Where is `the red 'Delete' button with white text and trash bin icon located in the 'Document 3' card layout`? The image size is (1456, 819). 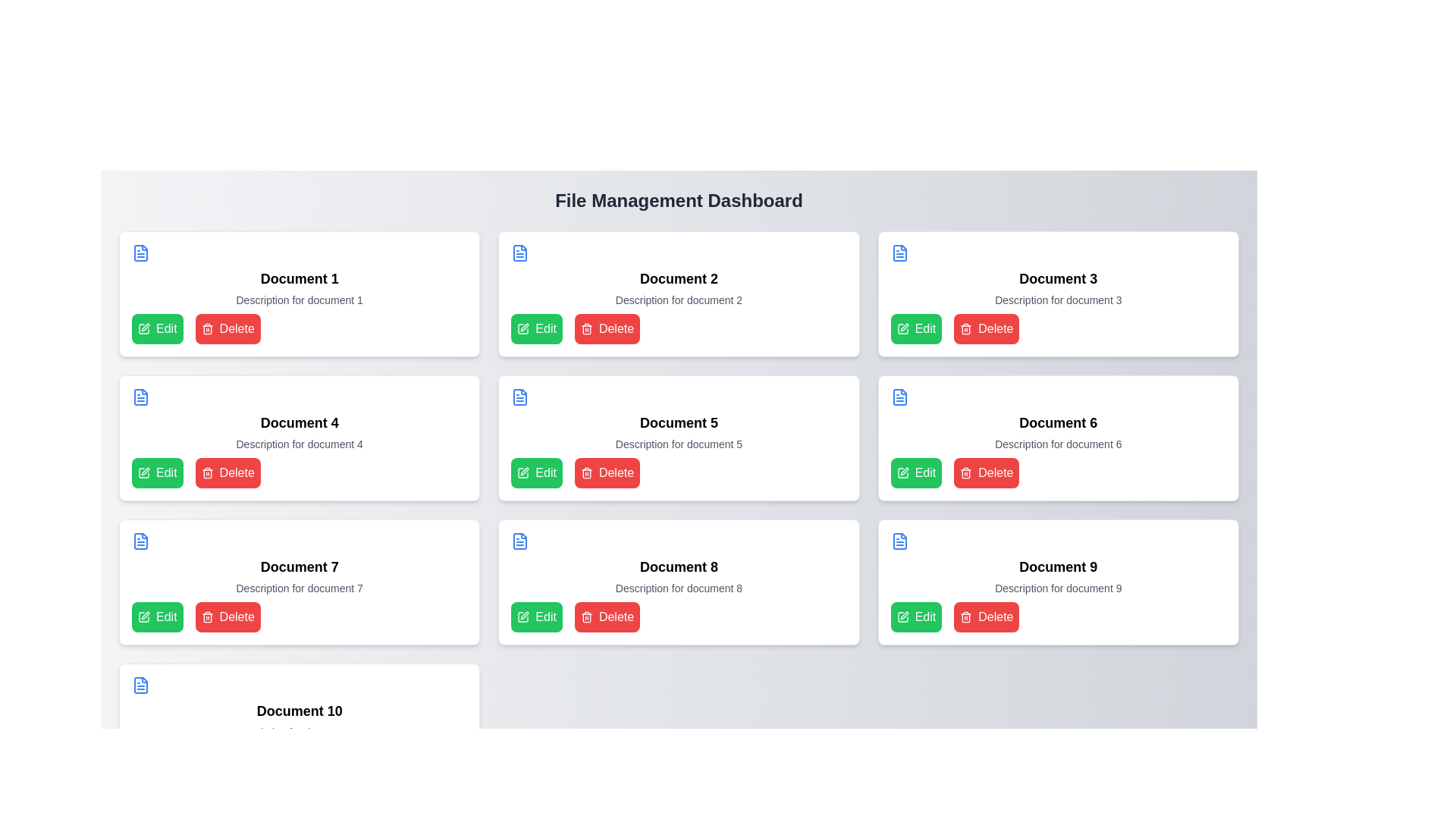 the red 'Delete' button with white text and trash bin icon located in the 'Document 3' card layout is located at coordinates (987, 328).